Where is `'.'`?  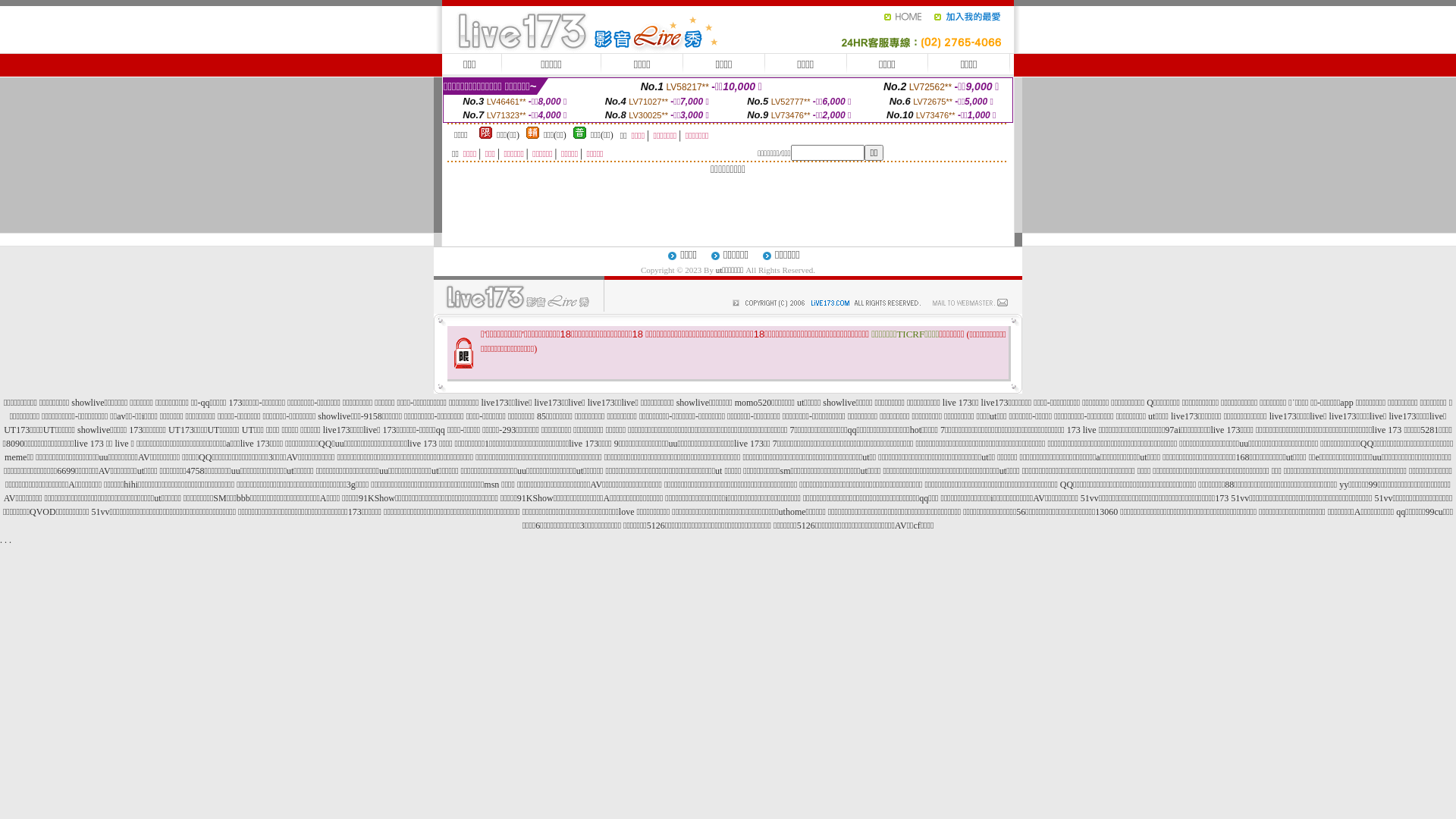 '.' is located at coordinates (10, 539).